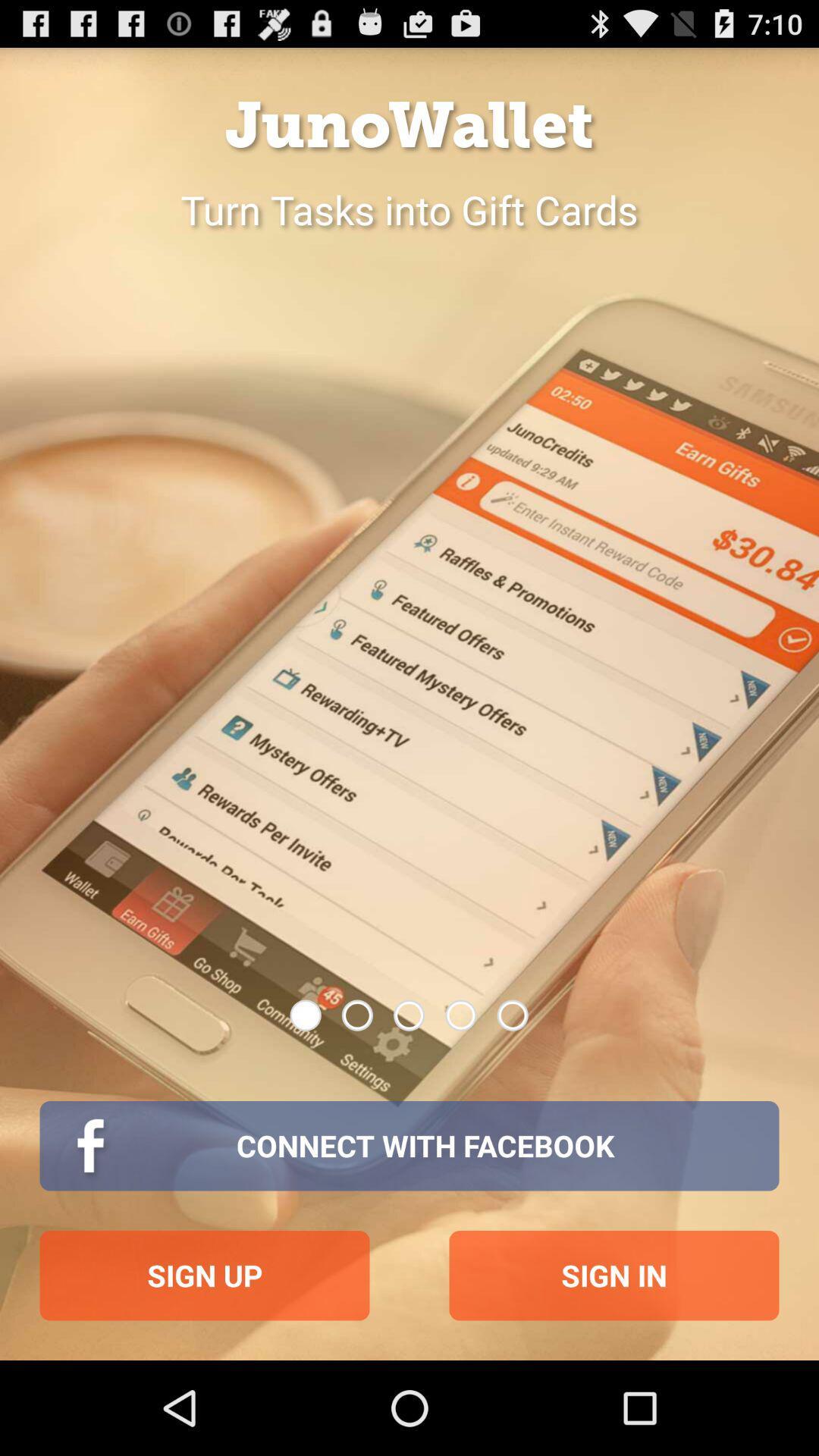 The width and height of the screenshot is (819, 1456). What do you see at coordinates (205, 1275) in the screenshot?
I see `the button below connect with facebook` at bounding box center [205, 1275].